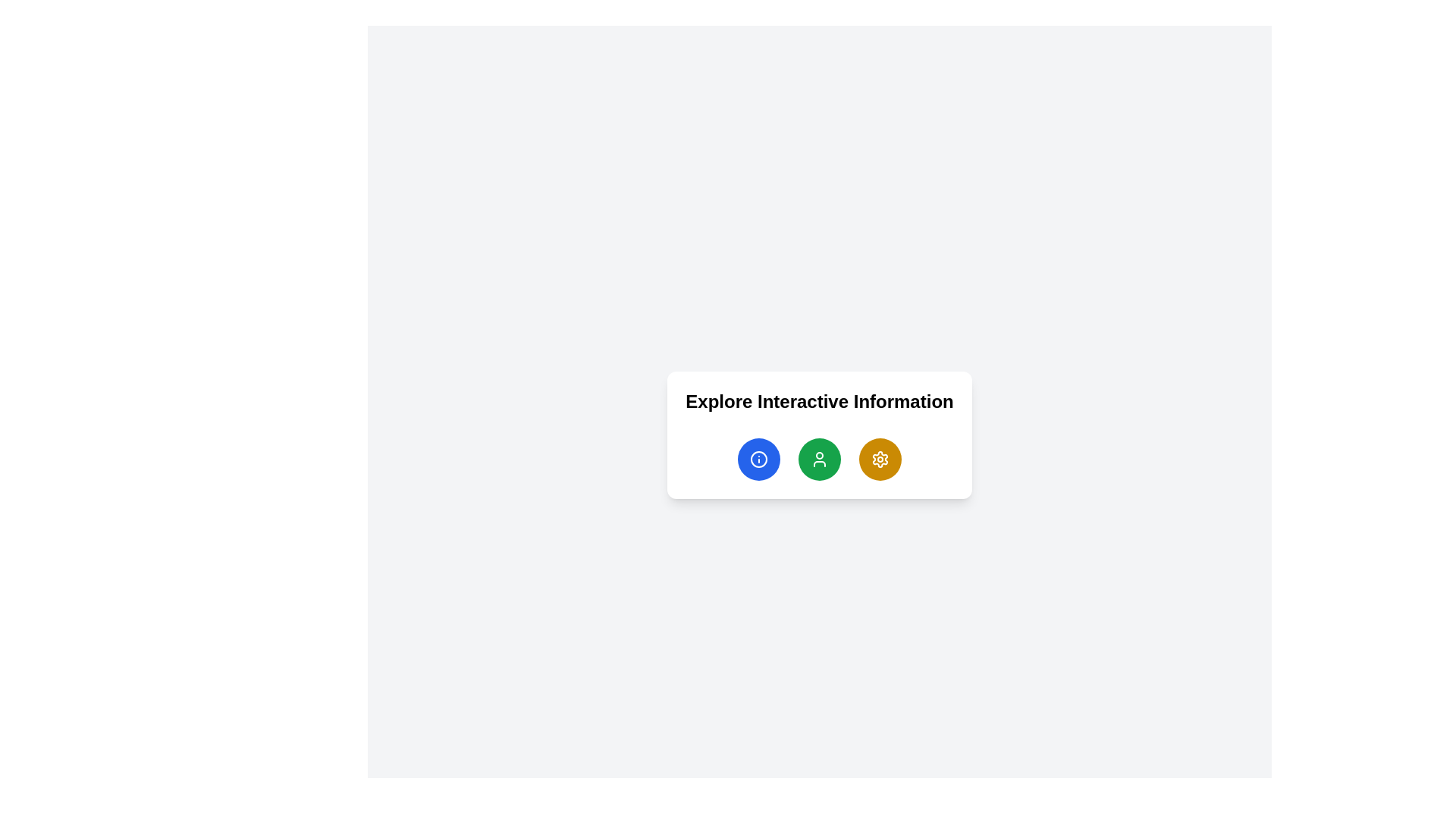 Image resolution: width=1456 pixels, height=819 pixels. I want to click on the rightmost gear-shaped icon, used to signify settings or configurations, so click(880, 458).